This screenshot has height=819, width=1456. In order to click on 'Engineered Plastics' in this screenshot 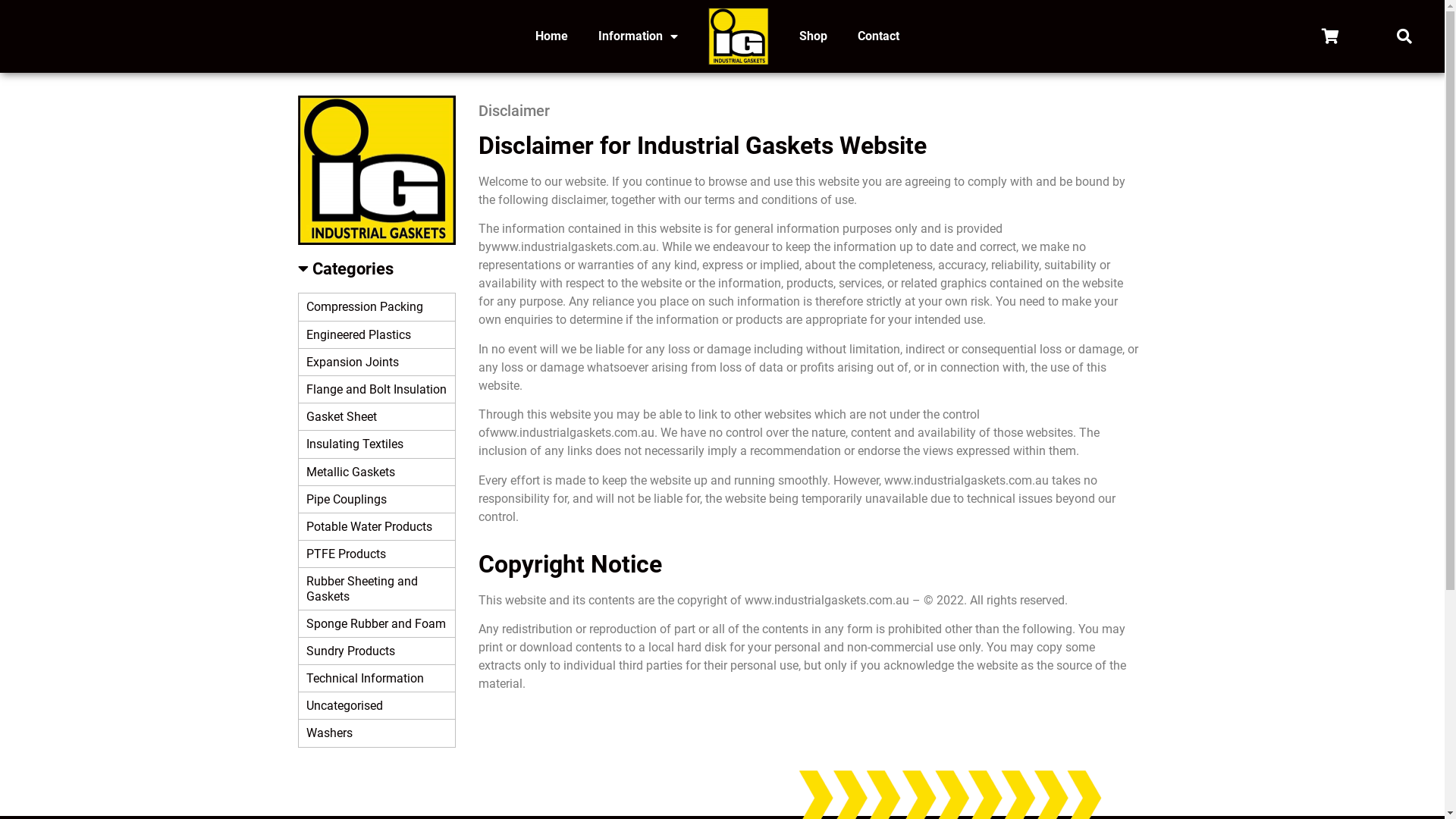, I will do `click(377, 334)`.